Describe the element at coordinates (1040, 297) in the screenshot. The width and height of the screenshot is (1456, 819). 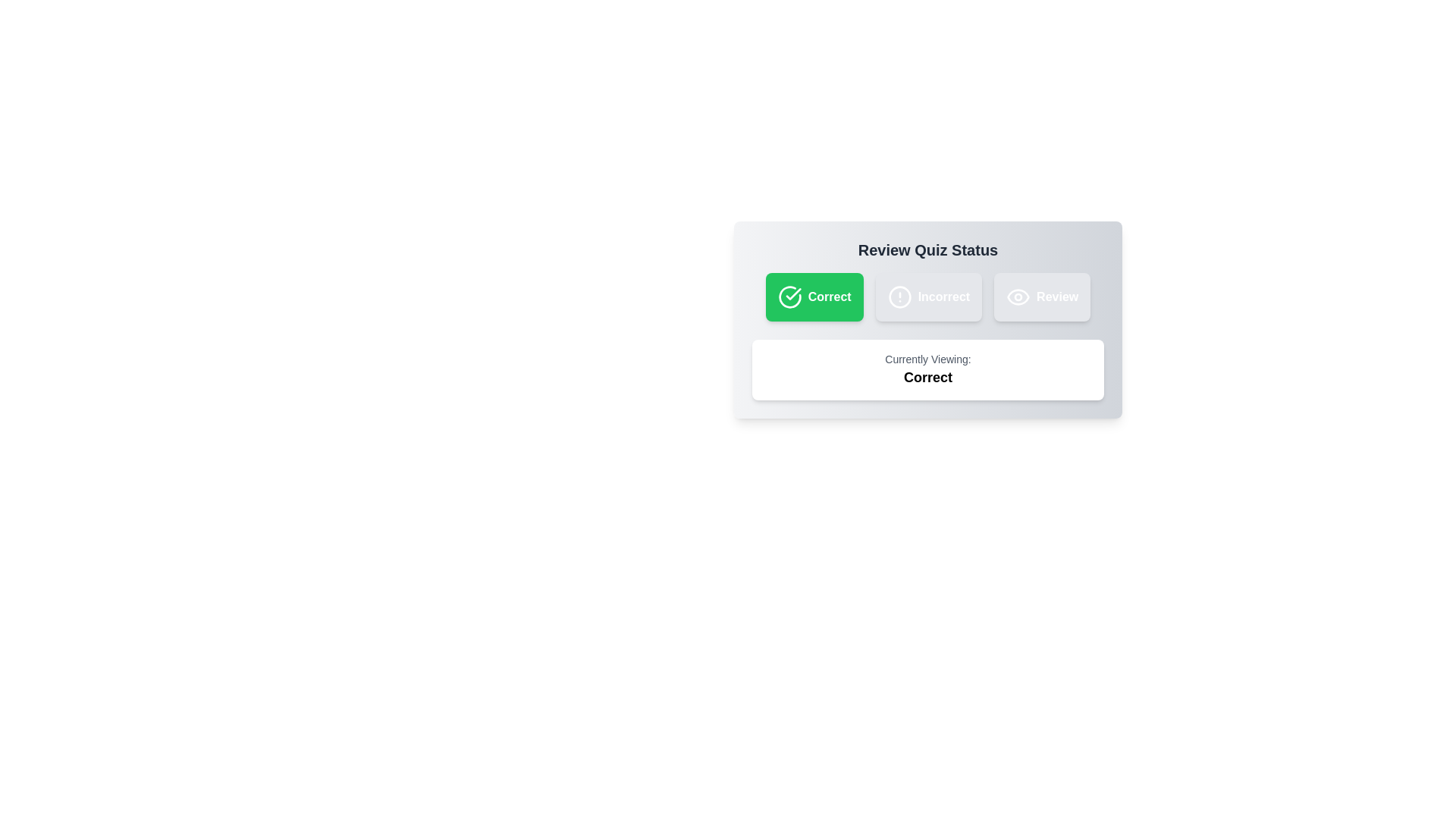
I see `the Review button to change the quiz review status` at that location.